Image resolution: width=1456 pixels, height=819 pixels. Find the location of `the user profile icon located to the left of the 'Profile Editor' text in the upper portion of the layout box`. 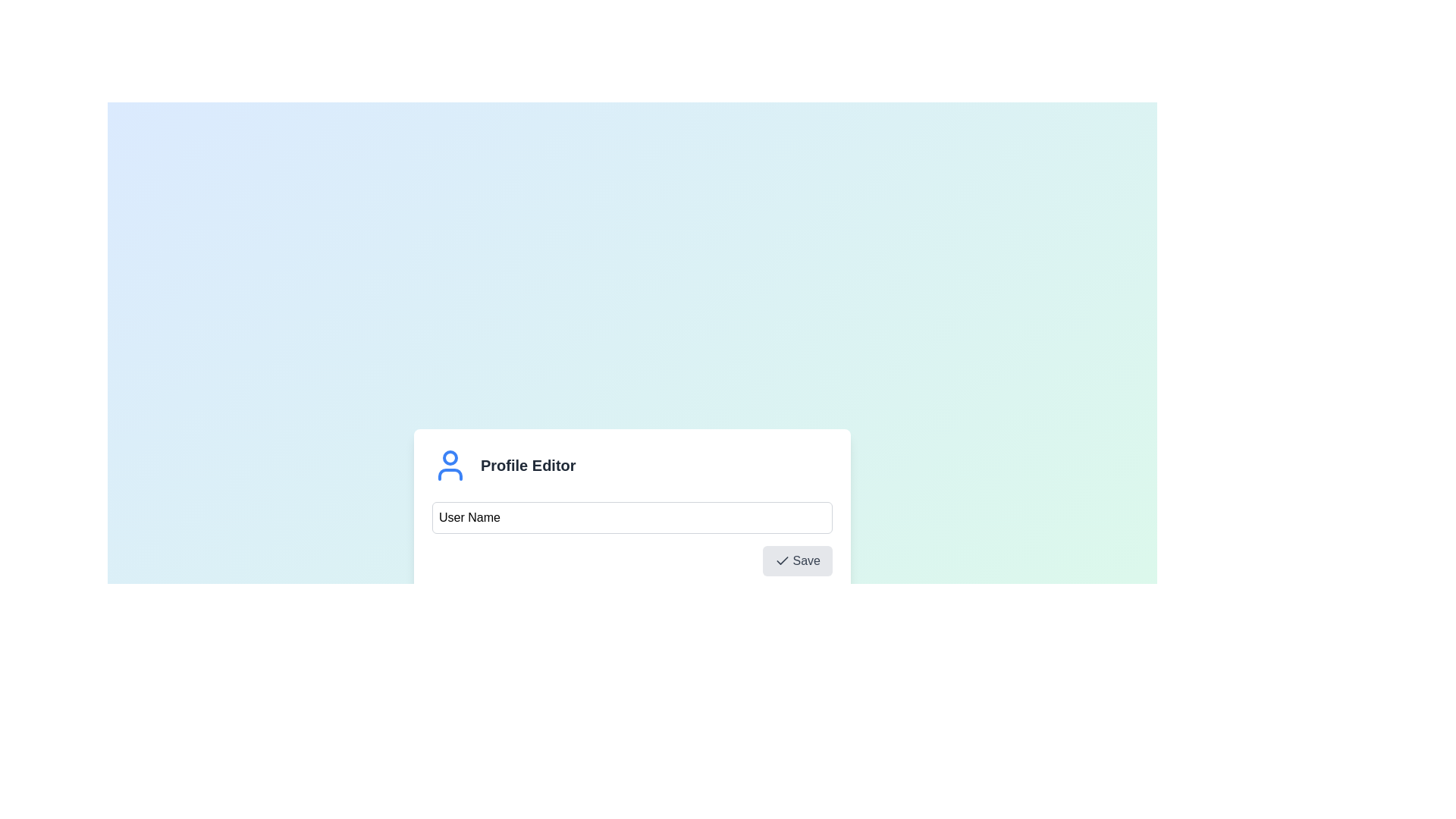

the user profile icon located to the left of the 'Profile Editor' text in the upper portion of the layout box is located at coordinates (450, 464).